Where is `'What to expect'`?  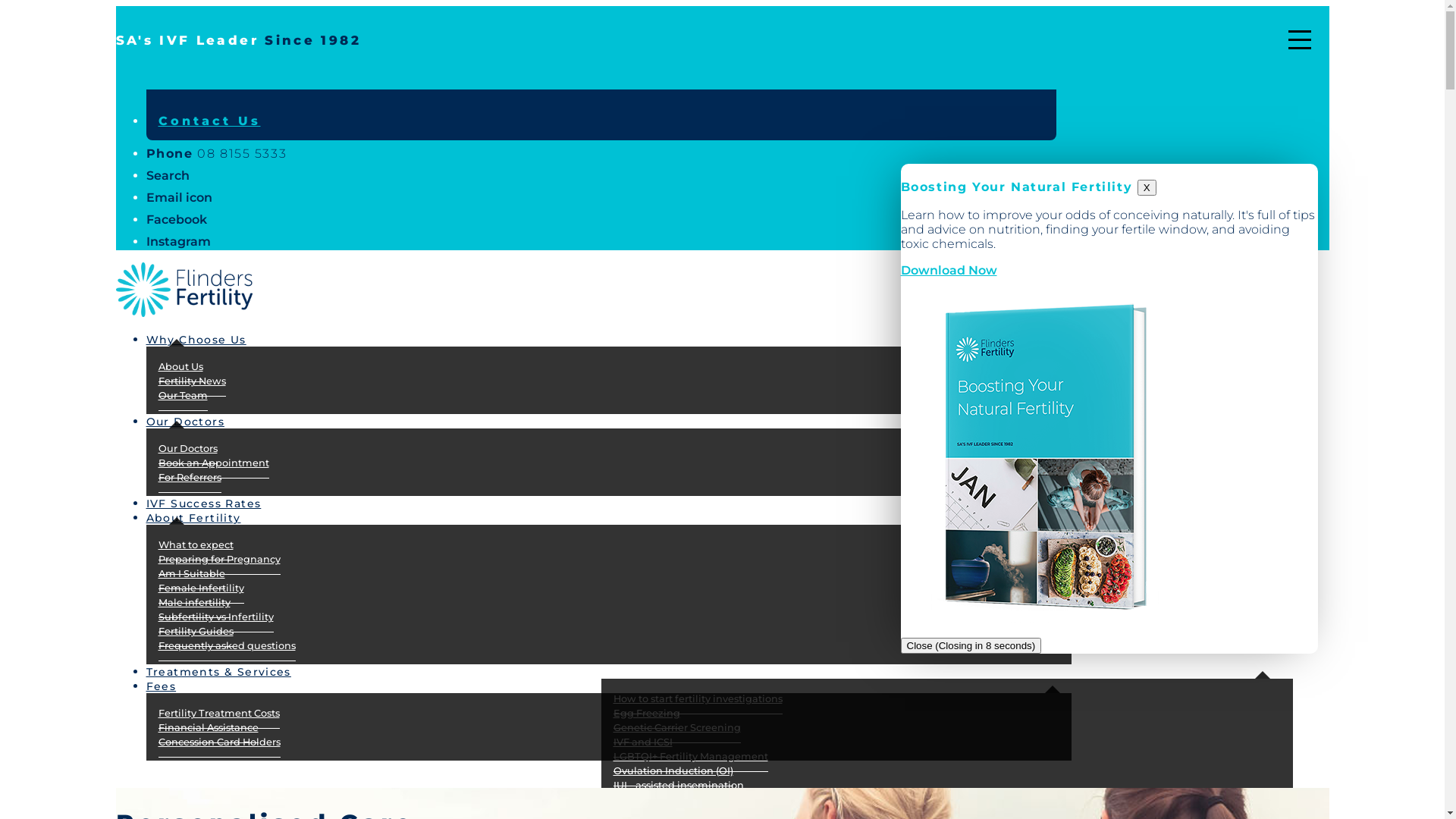
'What to expect' is located at coordinates (194, 544).